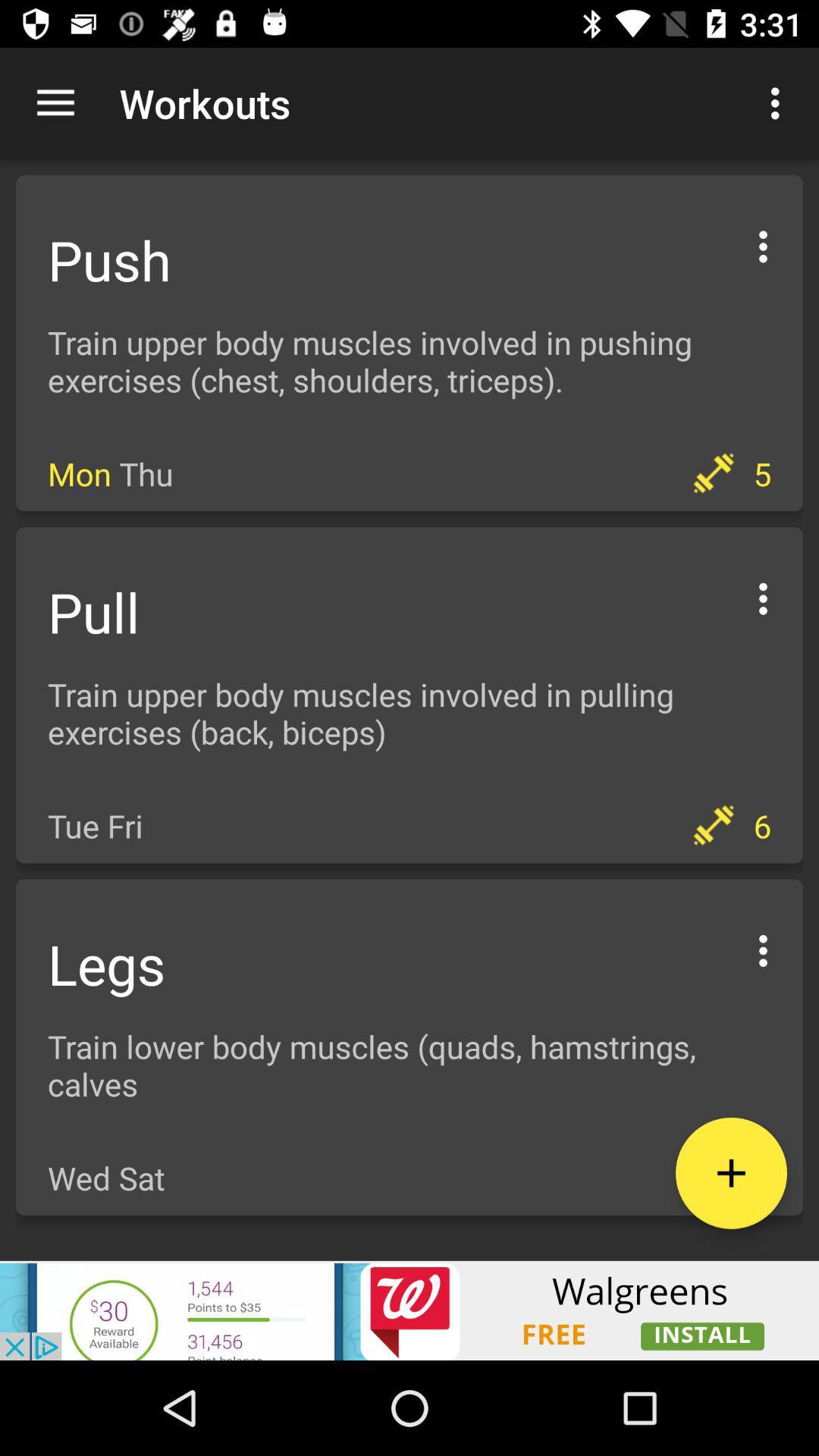 This screenshot has width=819, height=1456. Describe the element at coordinates (714, 472) in the screenshot. I see `dumbbell icon which is on the right side of mon thu` at that location.